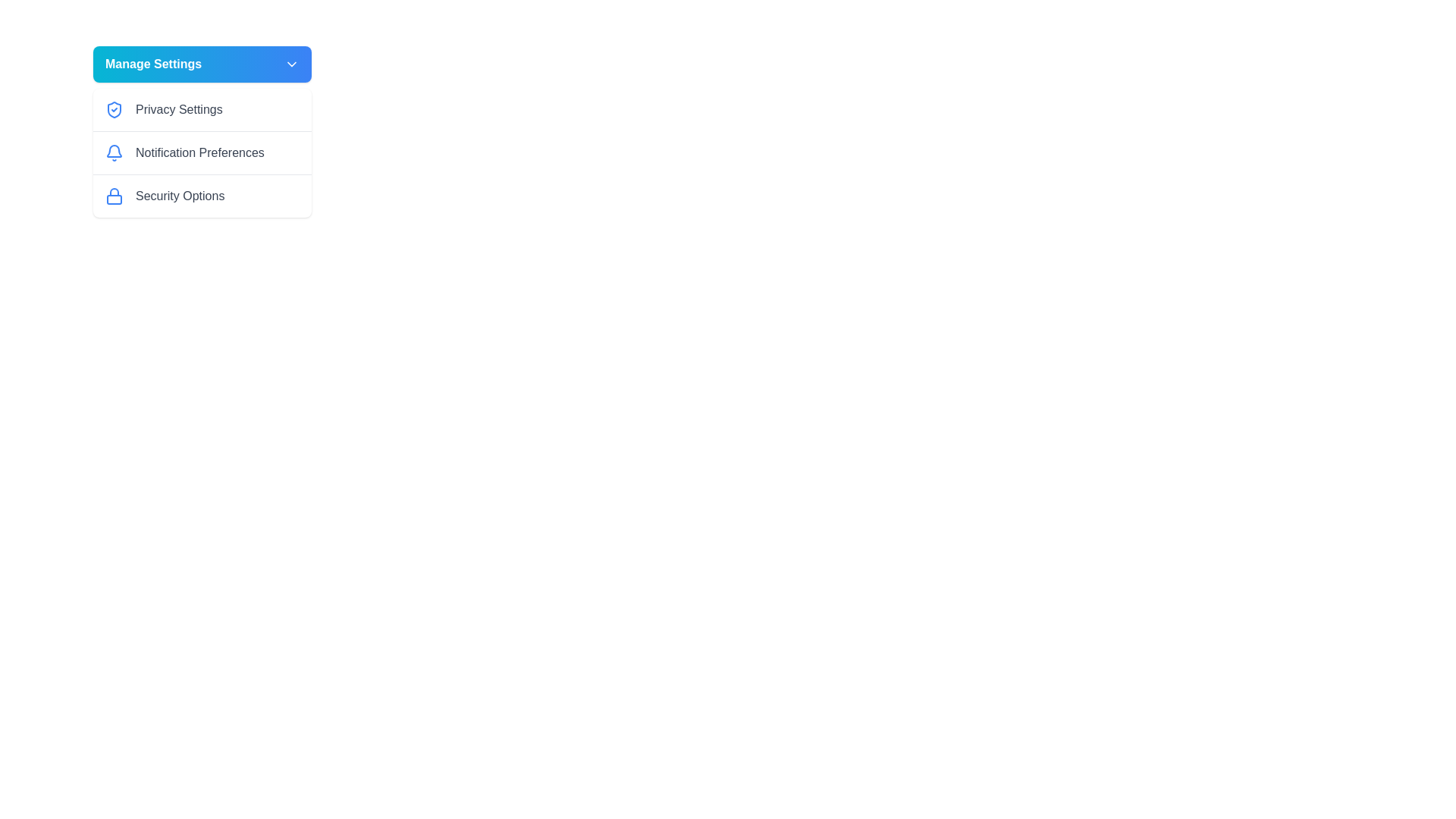 The width and height of the screenshot is (1456, 819). I want to click on the lock-shaped icon with a blue fill and thin stroke, located to the left of the 'Security Options' text, so click(113, 195).